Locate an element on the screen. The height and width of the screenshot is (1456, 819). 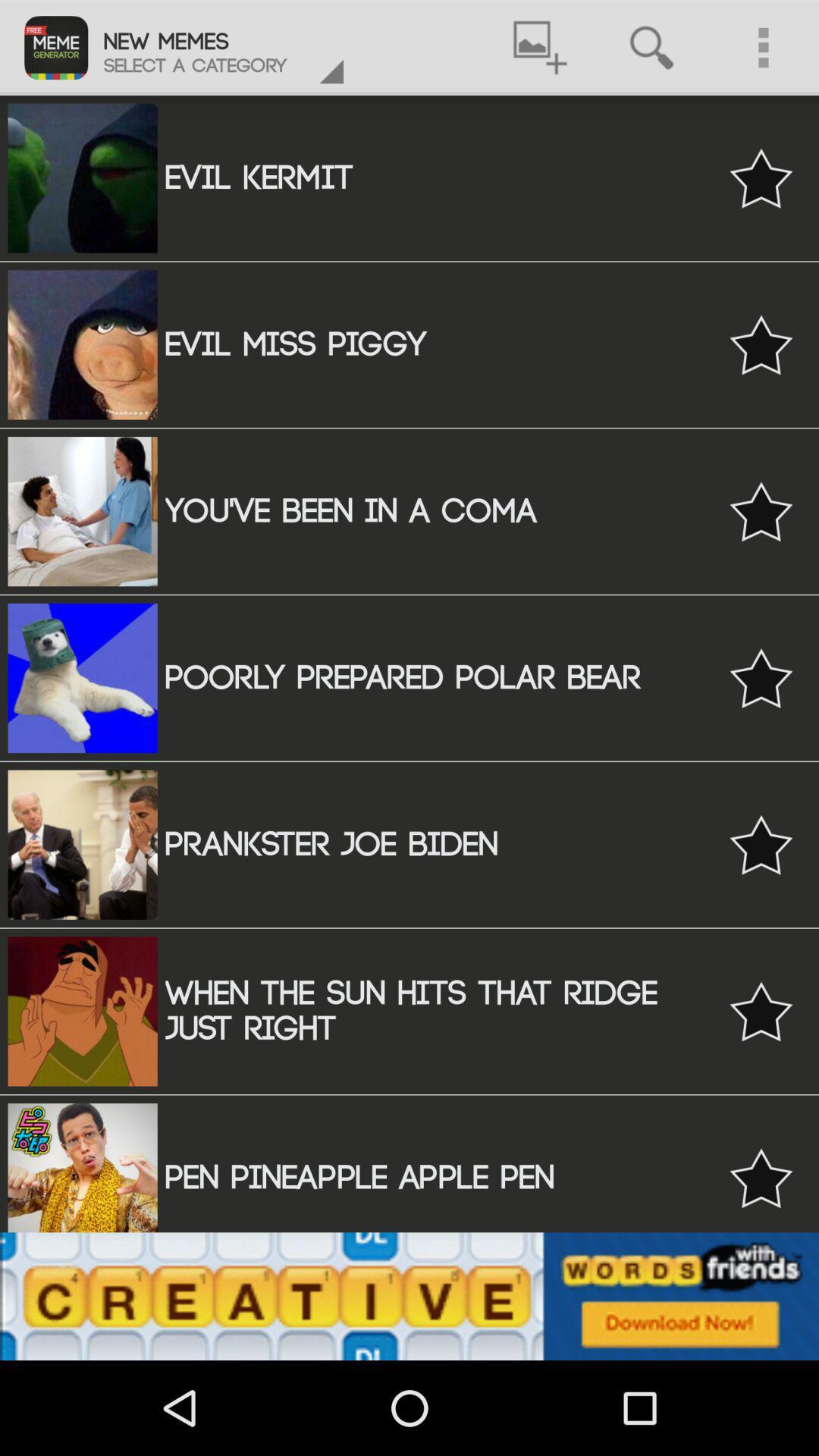
mark favorite is located at coordinates (761, 844).